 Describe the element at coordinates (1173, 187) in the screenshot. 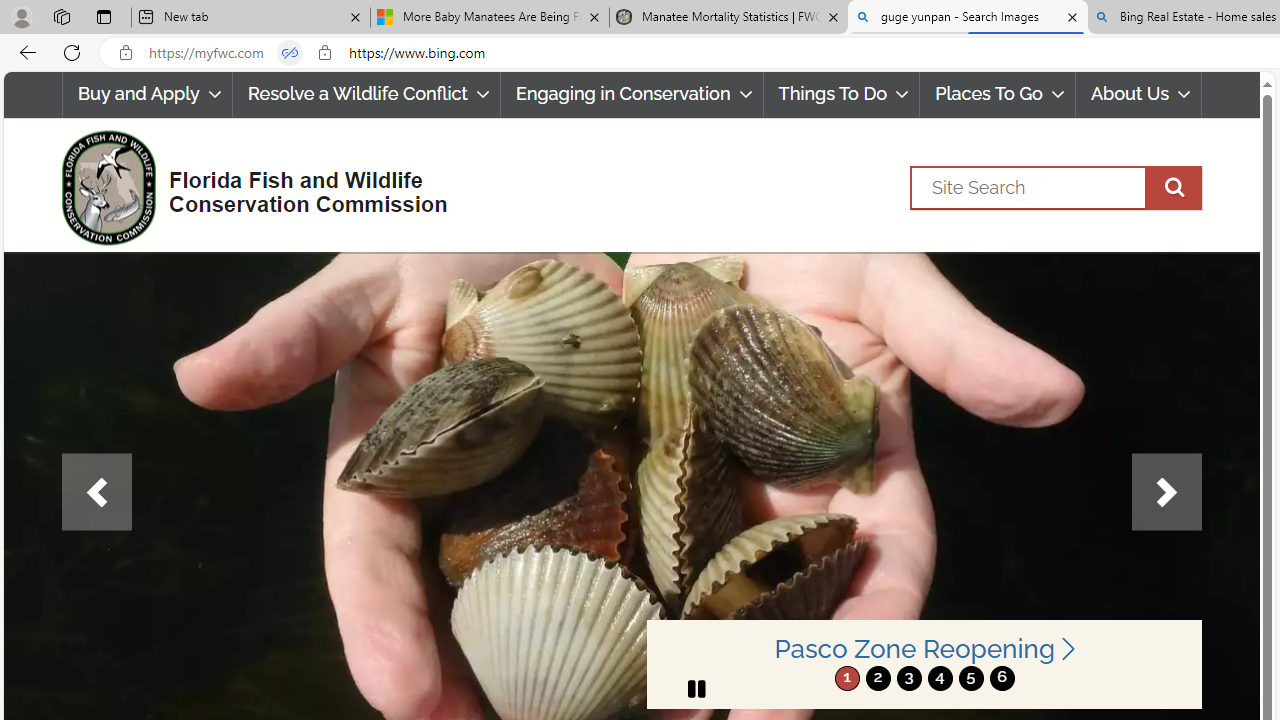

I see `'execute site search'` at that location.